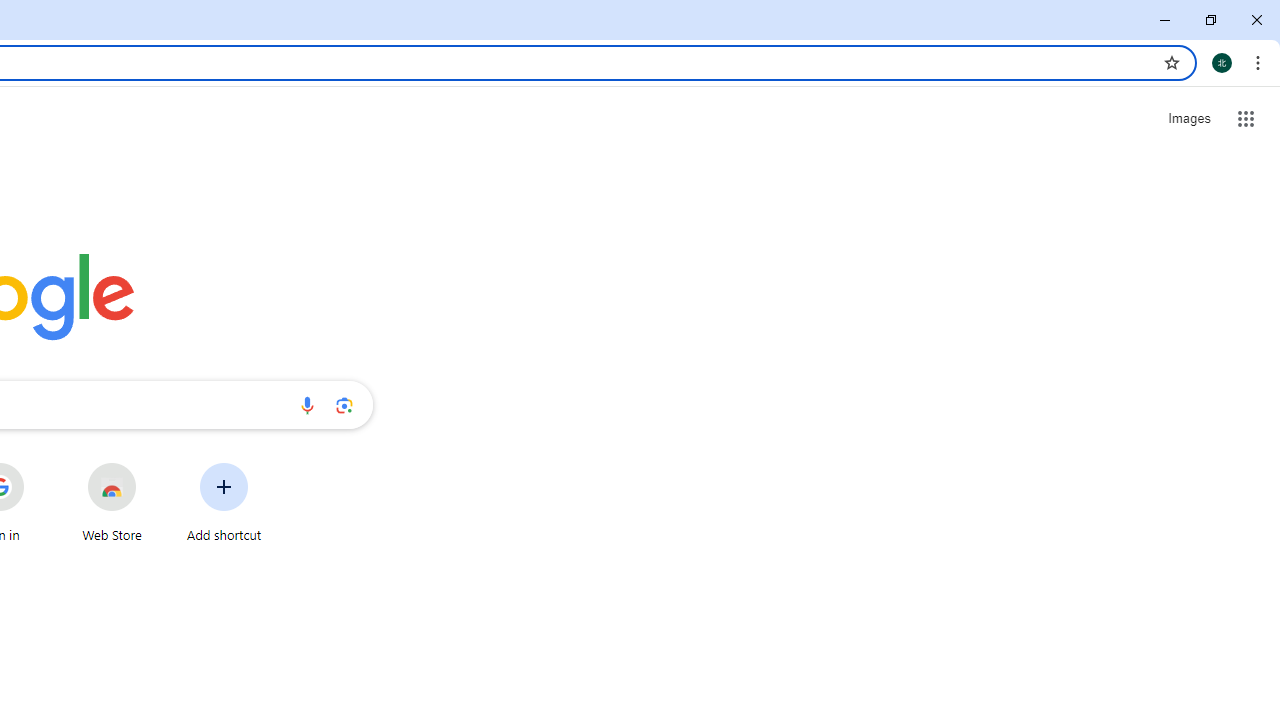 The width and height of the screenshot is (1280, 720). I want to click on 'Restore', so click(1209, 20).